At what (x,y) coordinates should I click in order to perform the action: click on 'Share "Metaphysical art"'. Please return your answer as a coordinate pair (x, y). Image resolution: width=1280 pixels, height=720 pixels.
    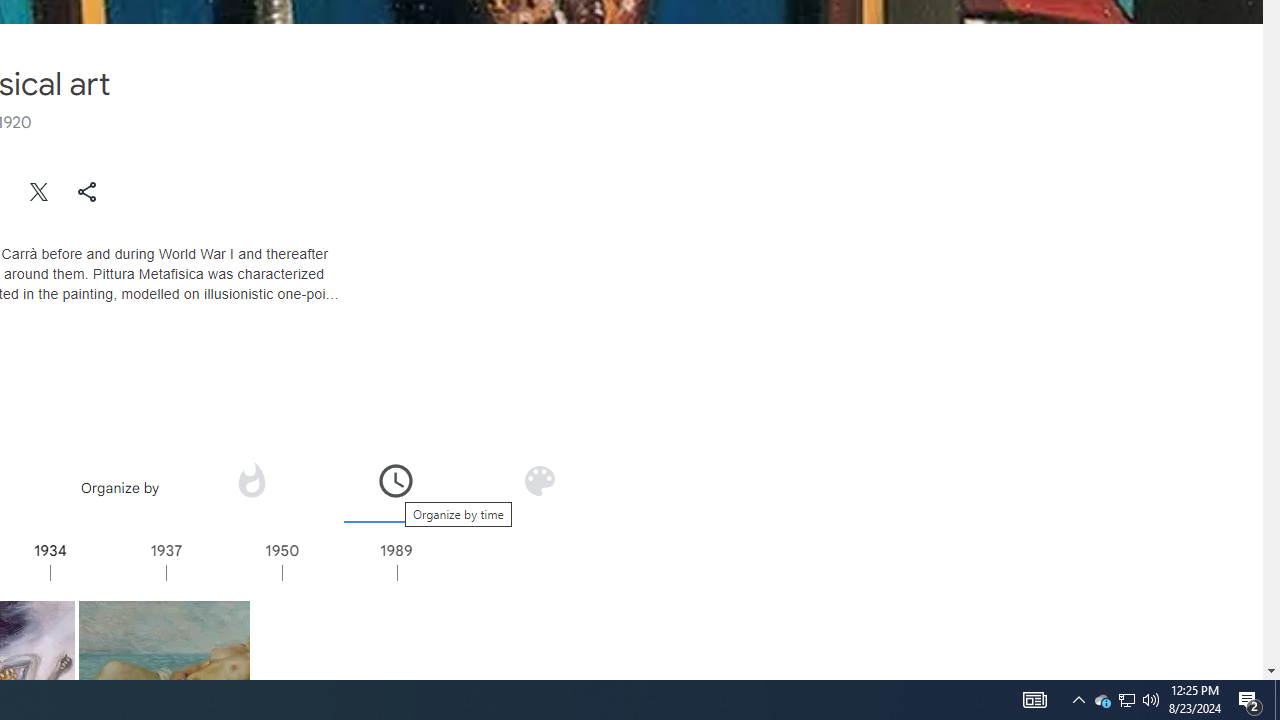
    Looking at the image, I should click on (86, 191).